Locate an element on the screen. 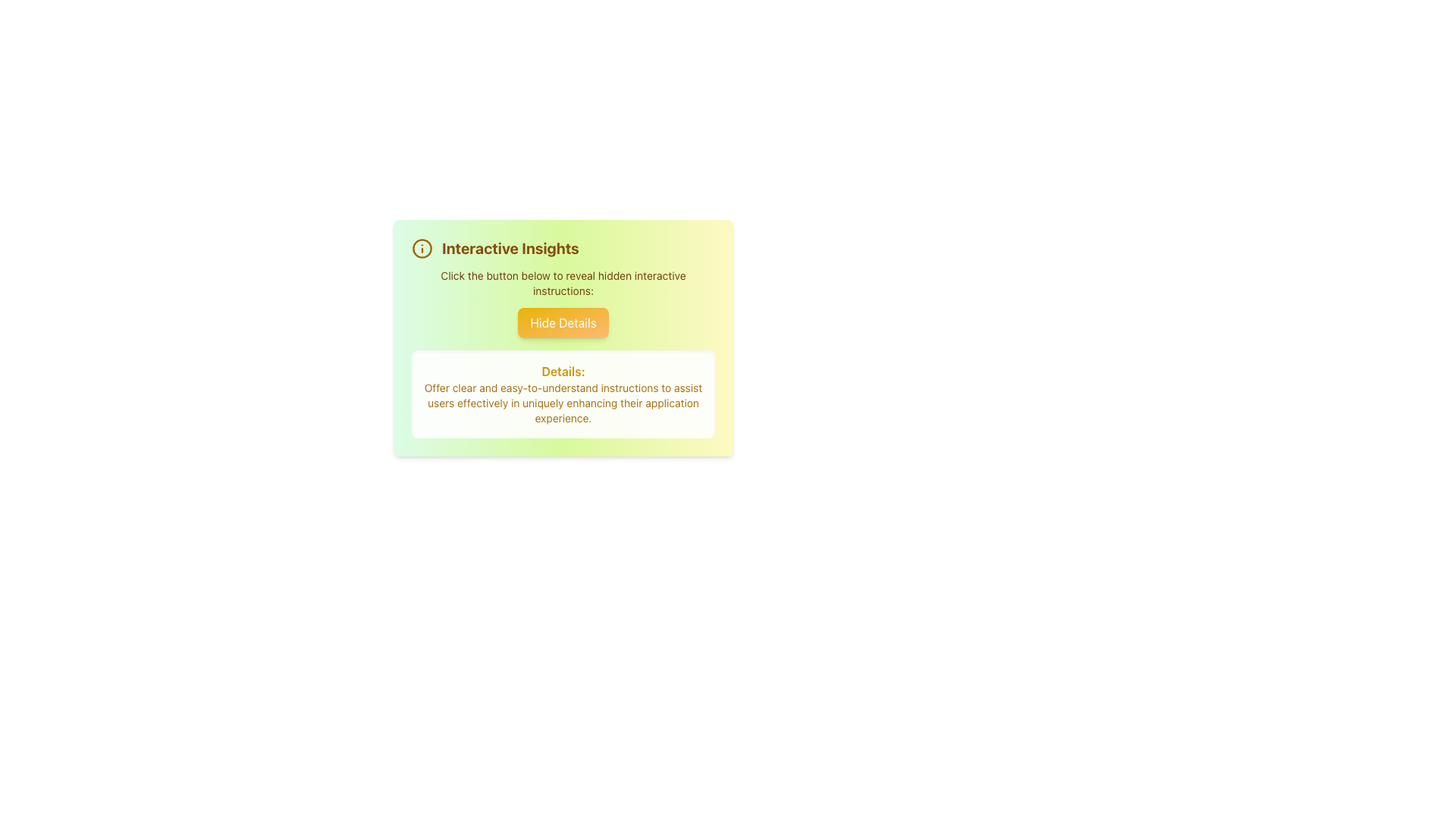  the informational icon located to the left of the bold text titled 'Interactive Insights', which indicates the presence of additional contextual details is located at coordinates (422, 247).